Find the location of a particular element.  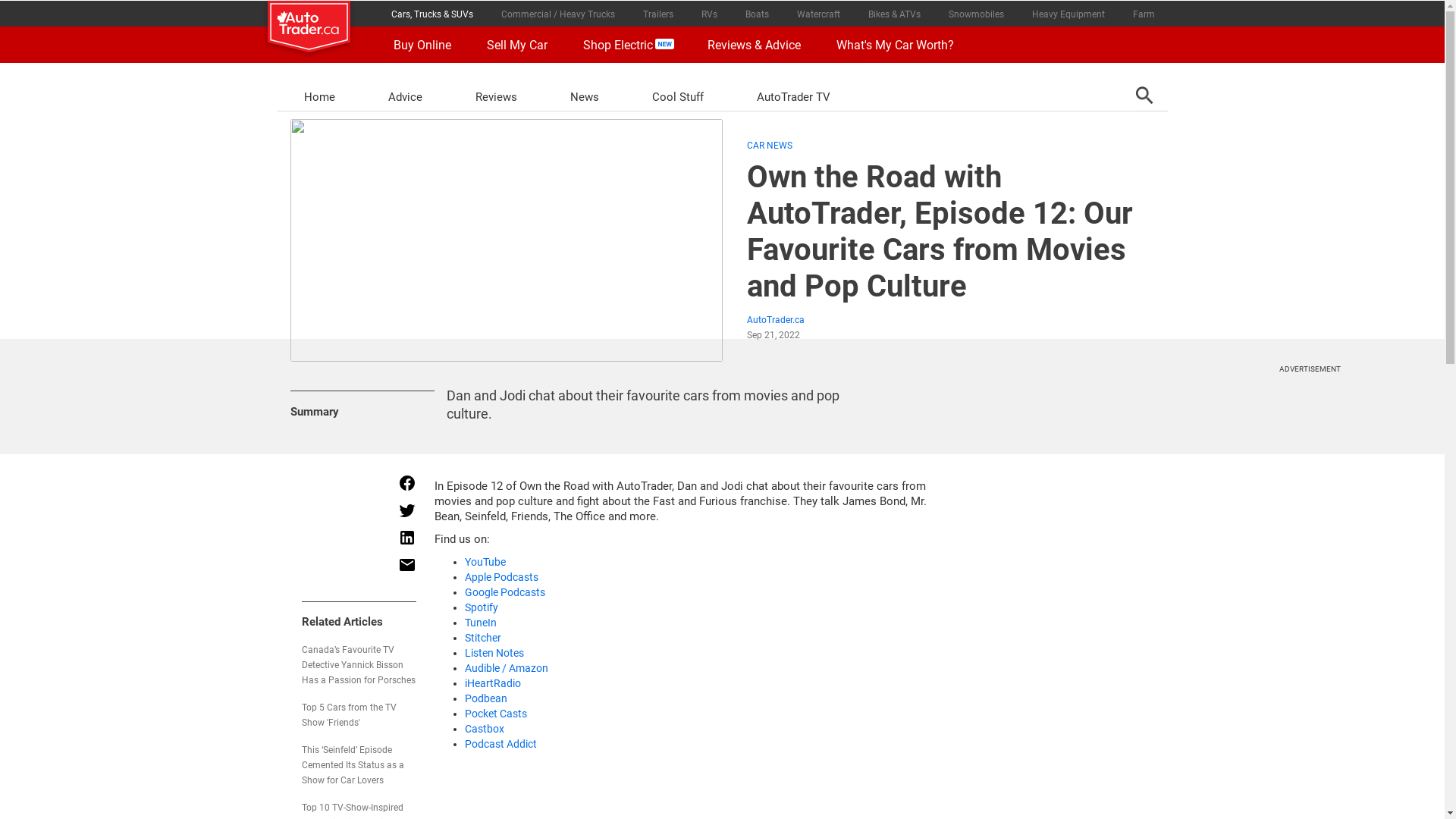

'Buy Online' is located at coordinates (416, 42).